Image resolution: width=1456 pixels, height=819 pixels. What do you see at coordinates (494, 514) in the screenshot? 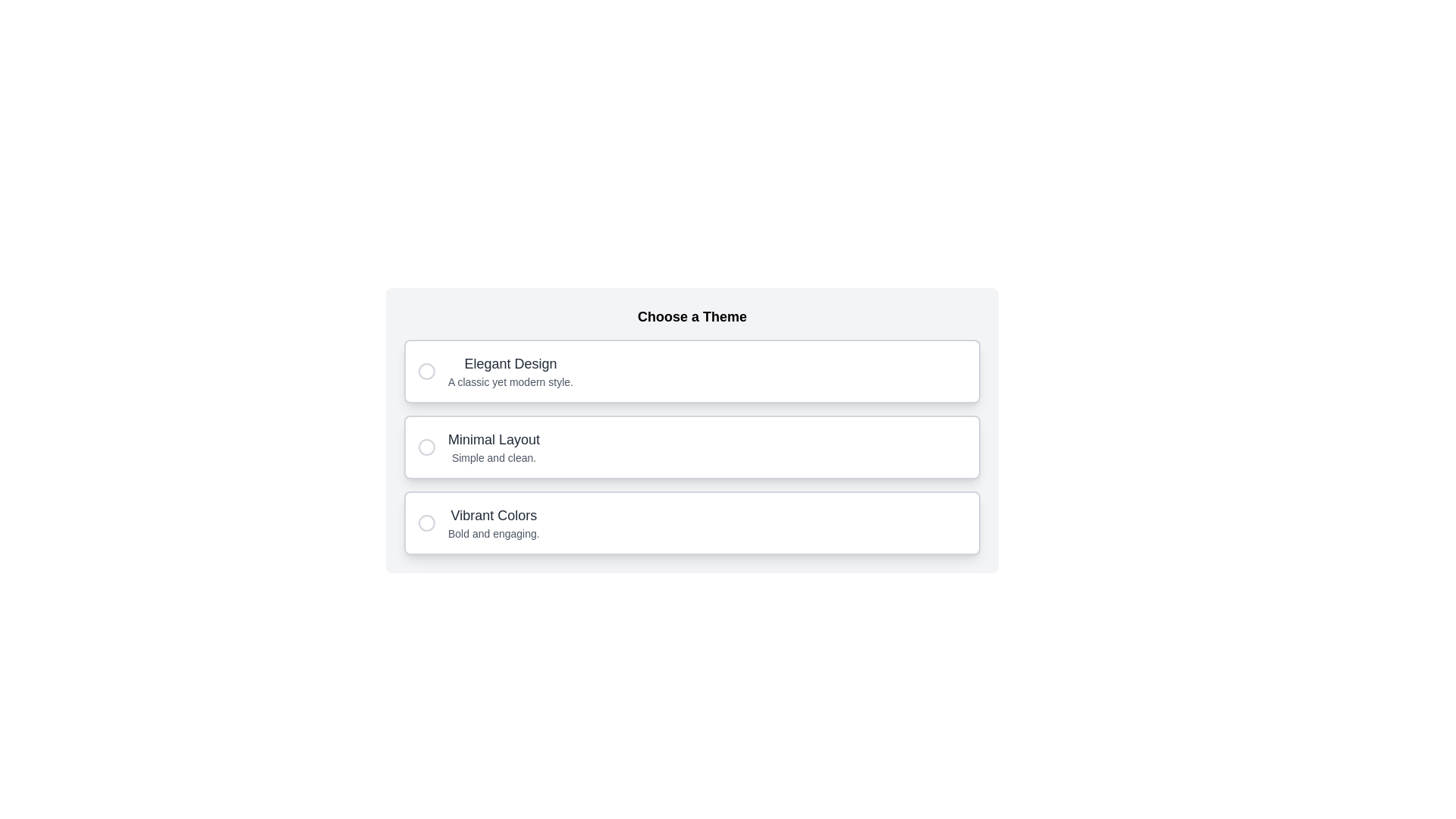
I see `text label displaying 'Vibrant Colors' which is positioned in the lower section of a vertical list, under 'Elegant Design' and 'Minimal Layout.'` at bounding box center [494, 514].